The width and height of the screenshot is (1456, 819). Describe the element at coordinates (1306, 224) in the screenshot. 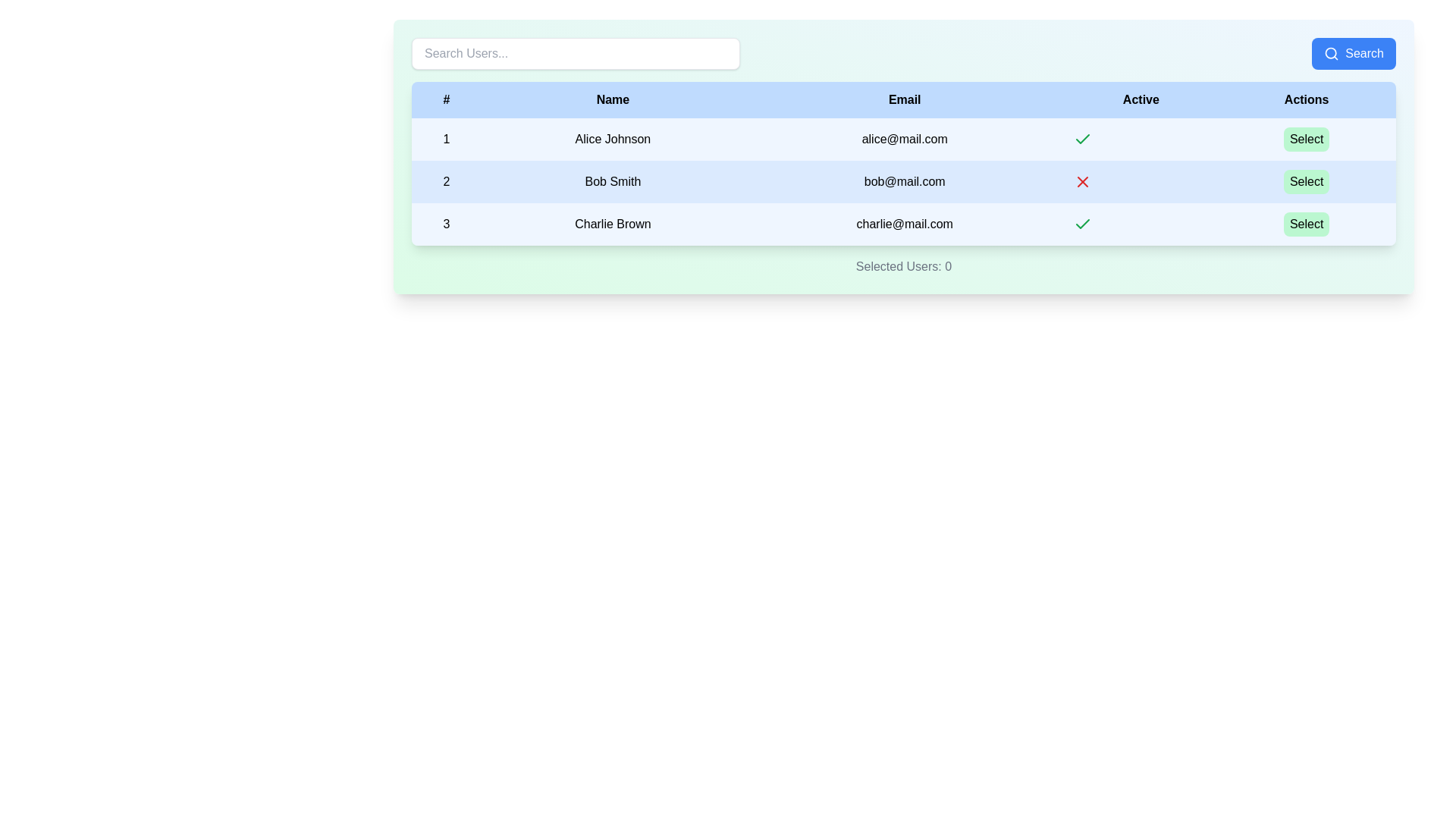

I see `the button associated with the 'Charlie Brown' entry for keyboard navigation` at that location.